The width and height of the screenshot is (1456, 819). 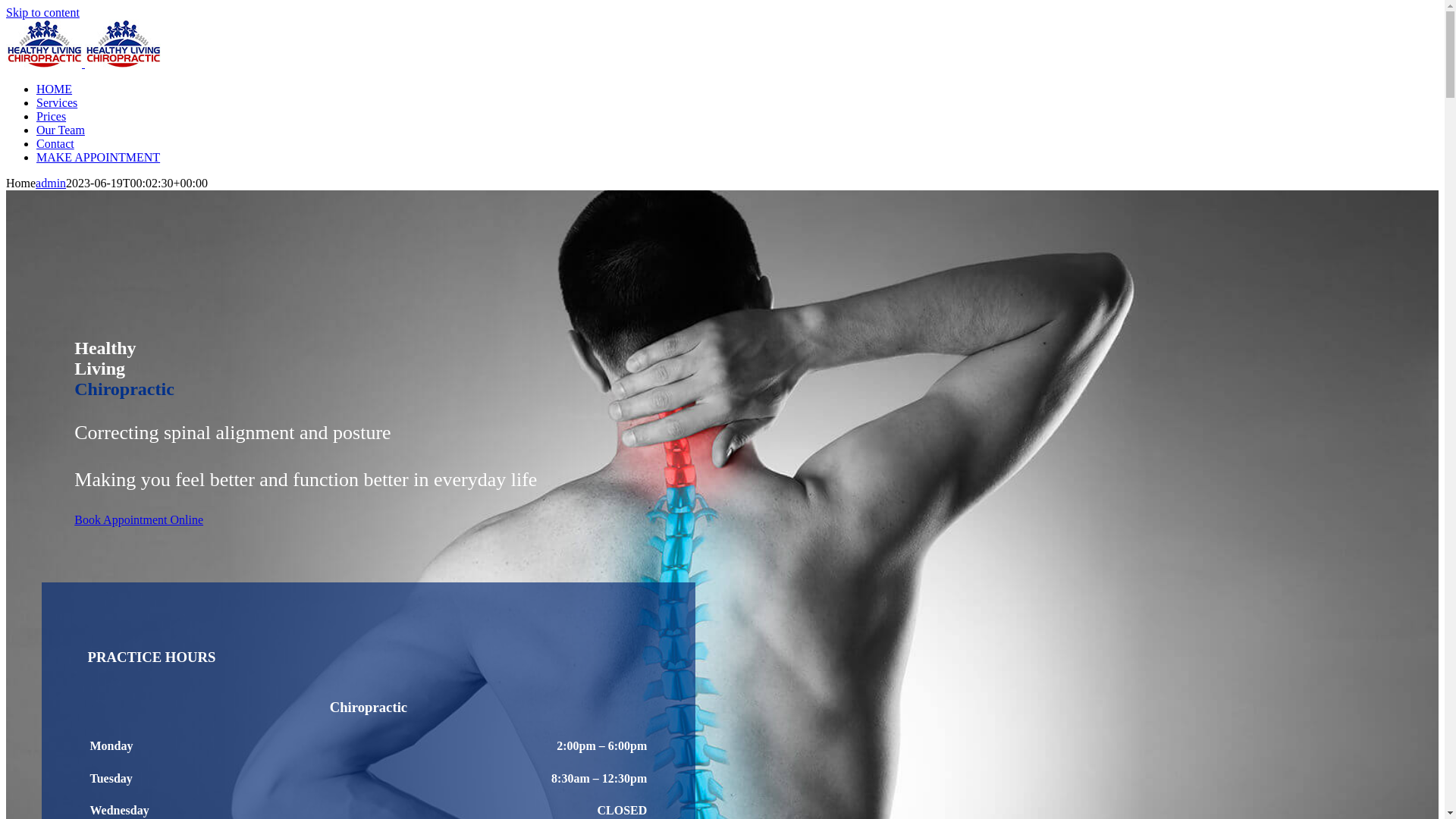 What do you see at coordinates (97, 157) in the screenshot?
I see `'MAKE APPOINTMENT'` at bounding box center [97, 157].